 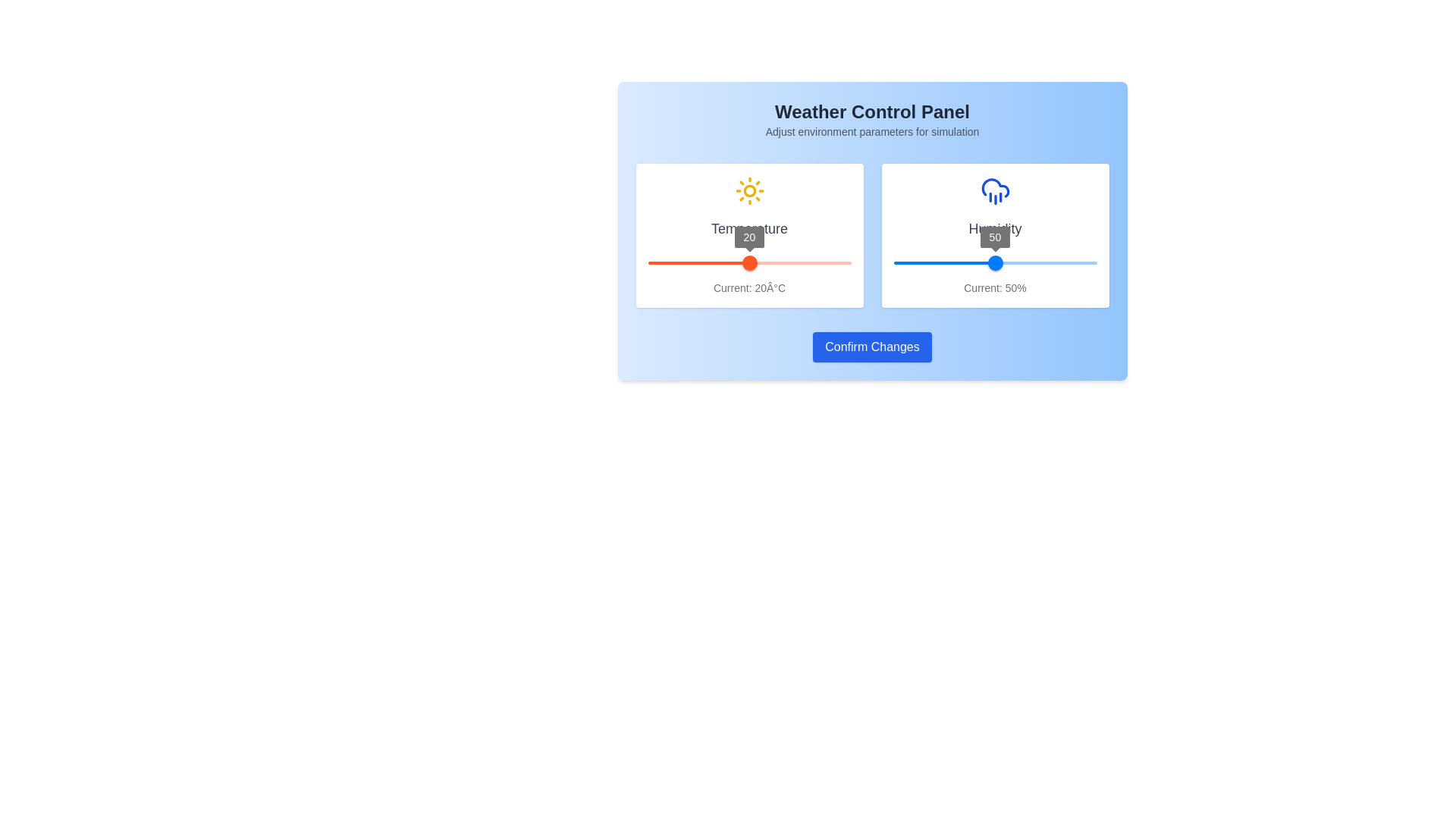 What do you see at coordinates (872, 347) in the screenshot?
I see `the 'Confirm Changes' button located at the bottom-center of the 'Weather Control Panel' to confirm changes` at bounding box center [872, 347].